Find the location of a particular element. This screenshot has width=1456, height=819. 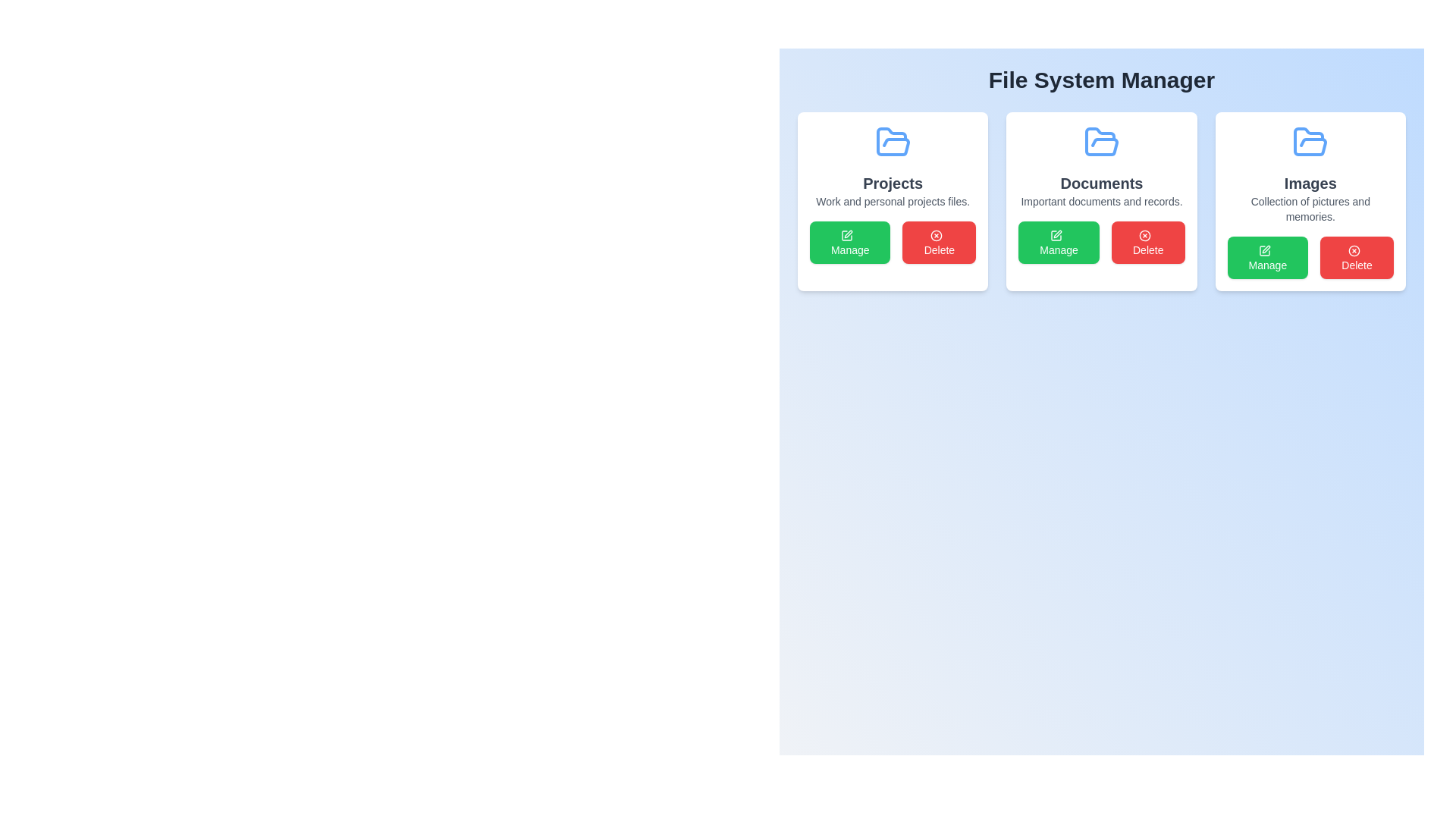

the grouped button component containing 'Manage' and 'Delete' buttons is located at coordinates (1102, 242).